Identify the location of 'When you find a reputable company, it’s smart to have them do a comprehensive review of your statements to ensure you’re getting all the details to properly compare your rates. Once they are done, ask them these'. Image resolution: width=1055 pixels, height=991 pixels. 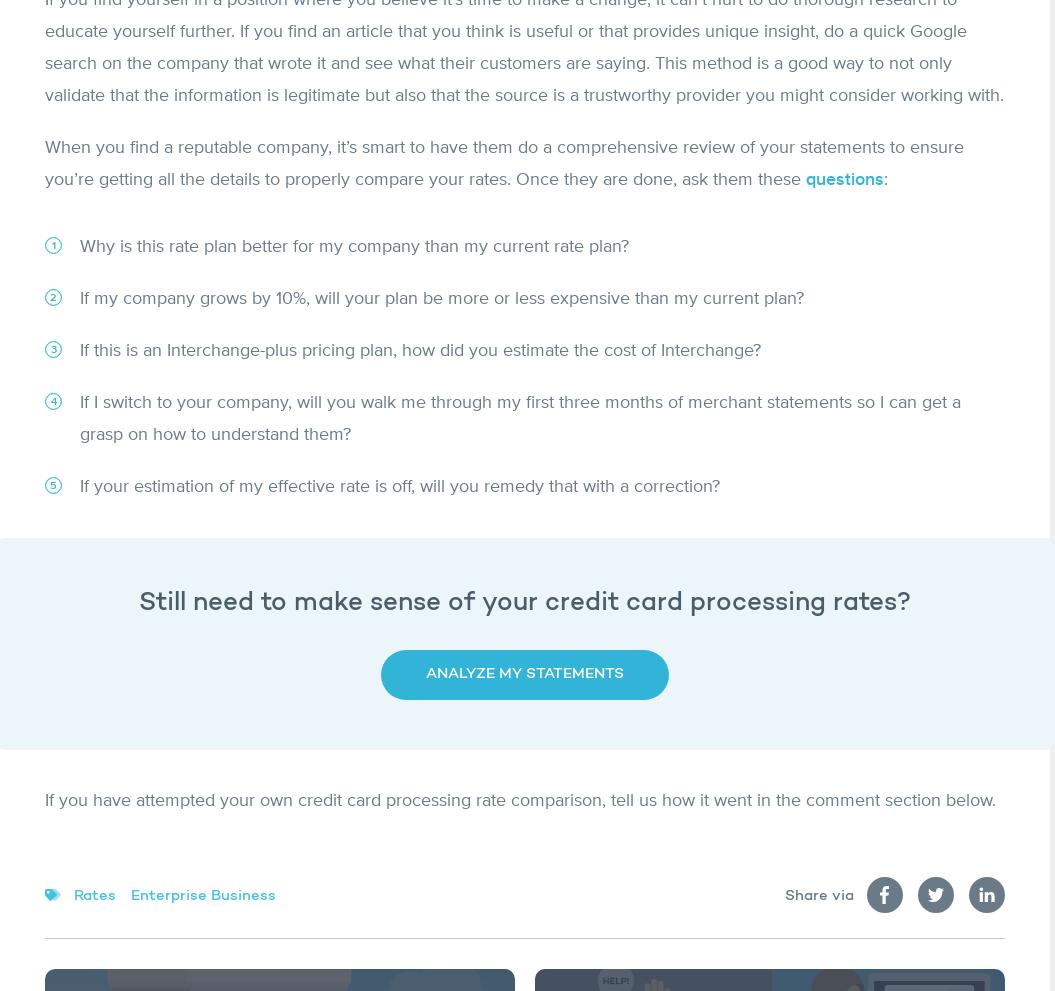
(504, 163).